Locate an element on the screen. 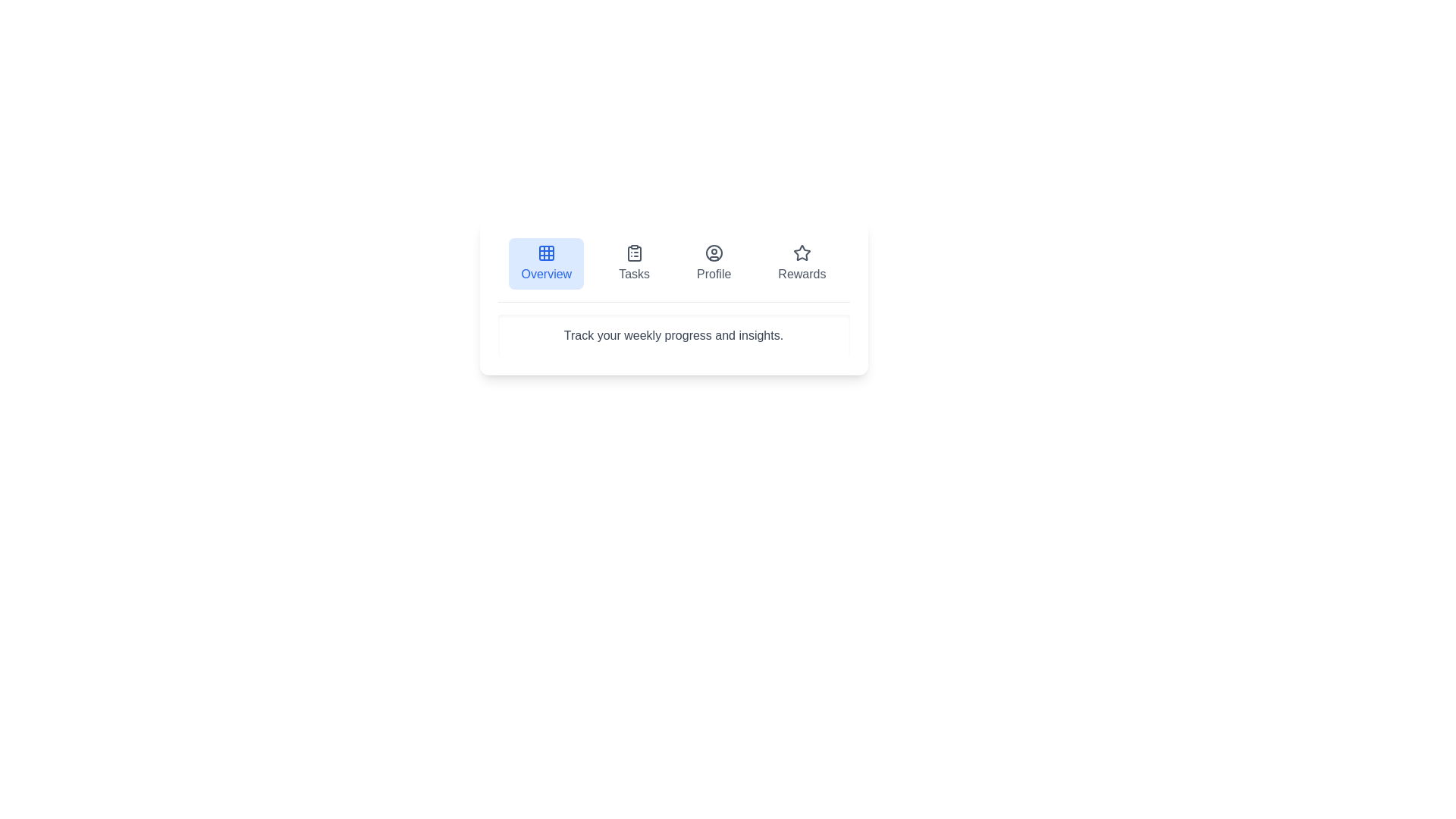  the active tab element, a rounded rectangle measuring 18x18 units, located within the 'Overview' tab's icon in the top menu bar is located at coordinates (546, 253).